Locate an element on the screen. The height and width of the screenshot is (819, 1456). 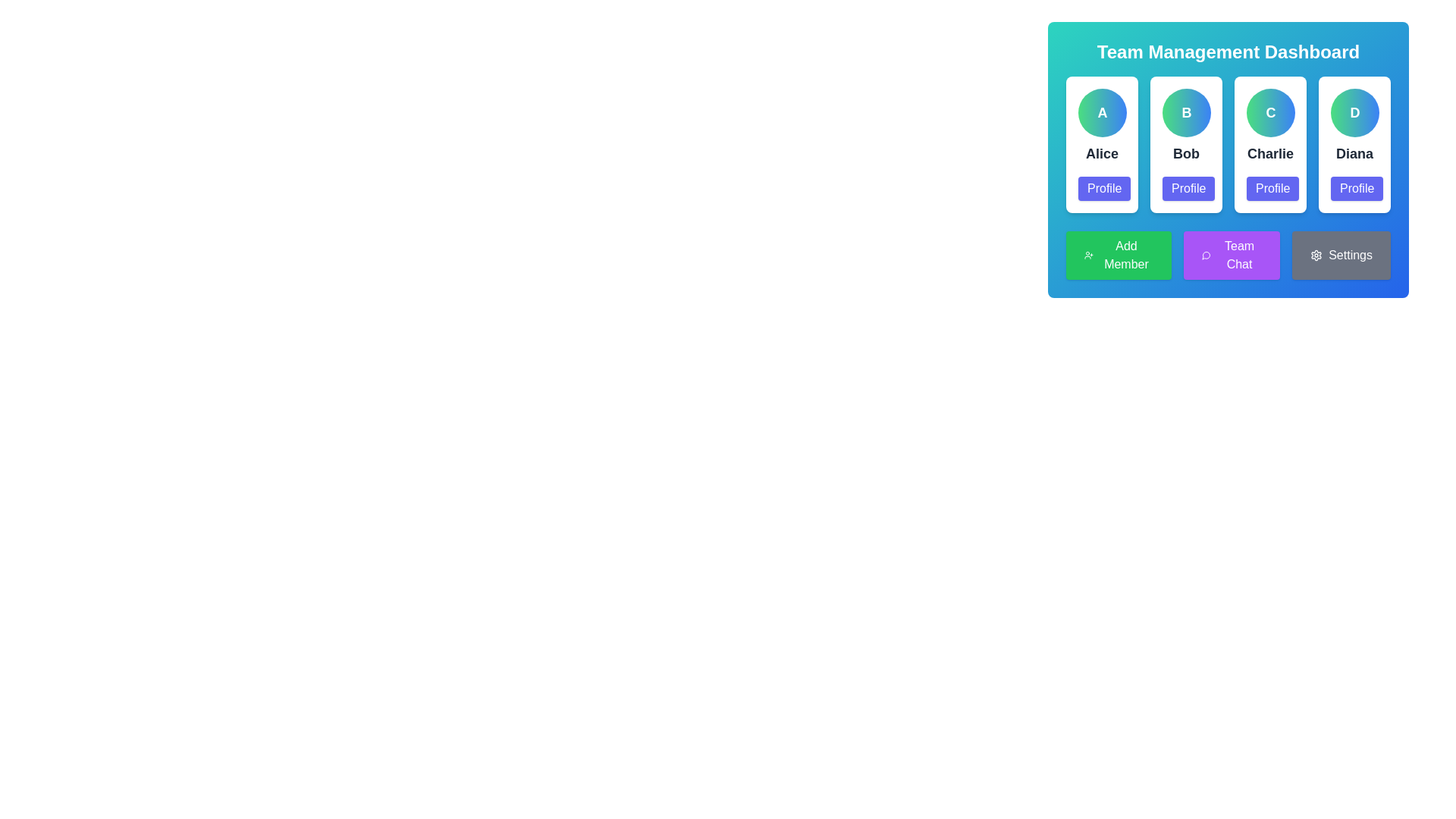
the middle button in the row of three buttons on the 'Team Management Dashboard' is located at coordinates (1228, 254).